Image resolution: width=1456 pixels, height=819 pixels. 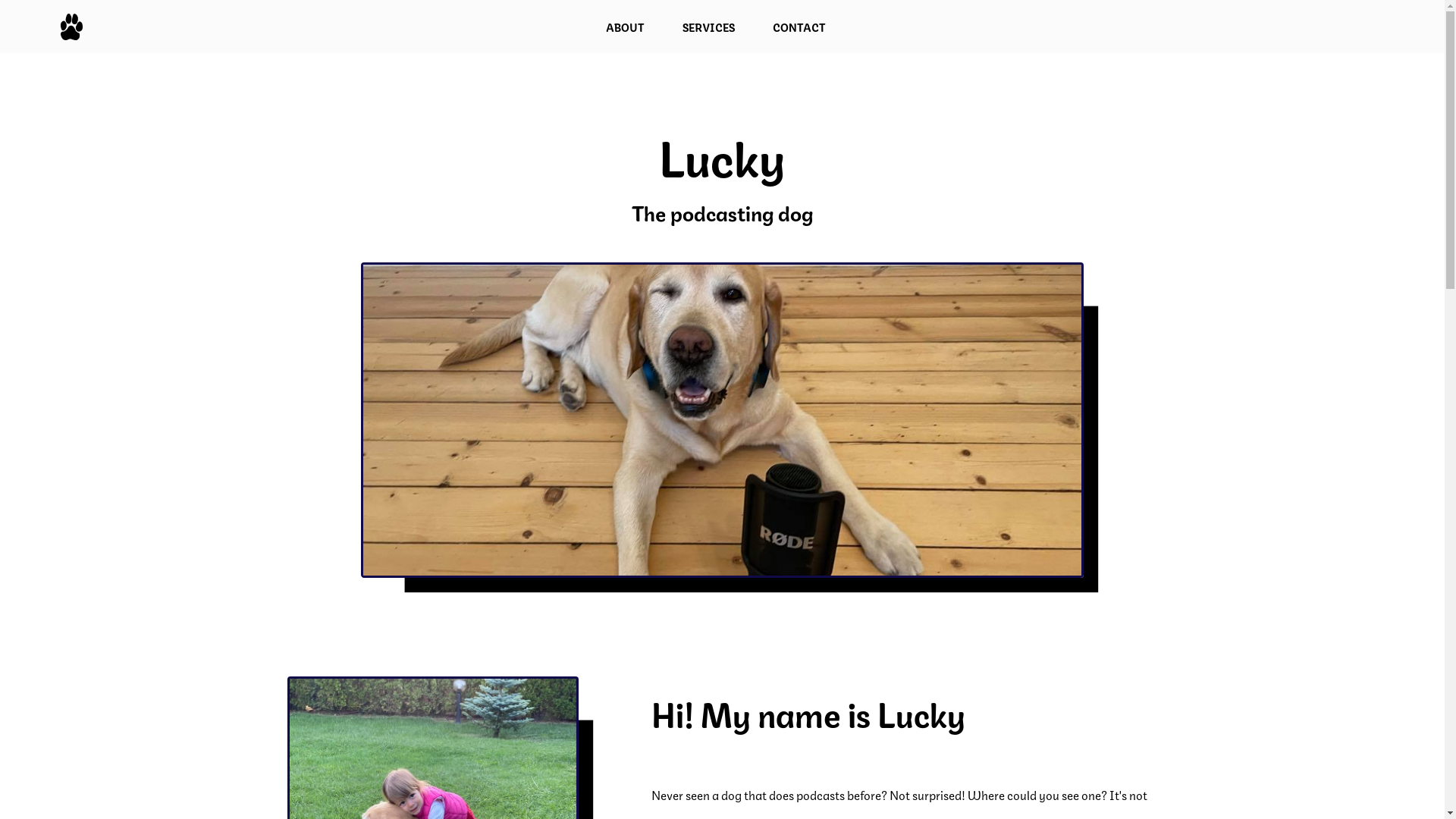 I want to click on 'SERVICES', so click(x=708, y=26).